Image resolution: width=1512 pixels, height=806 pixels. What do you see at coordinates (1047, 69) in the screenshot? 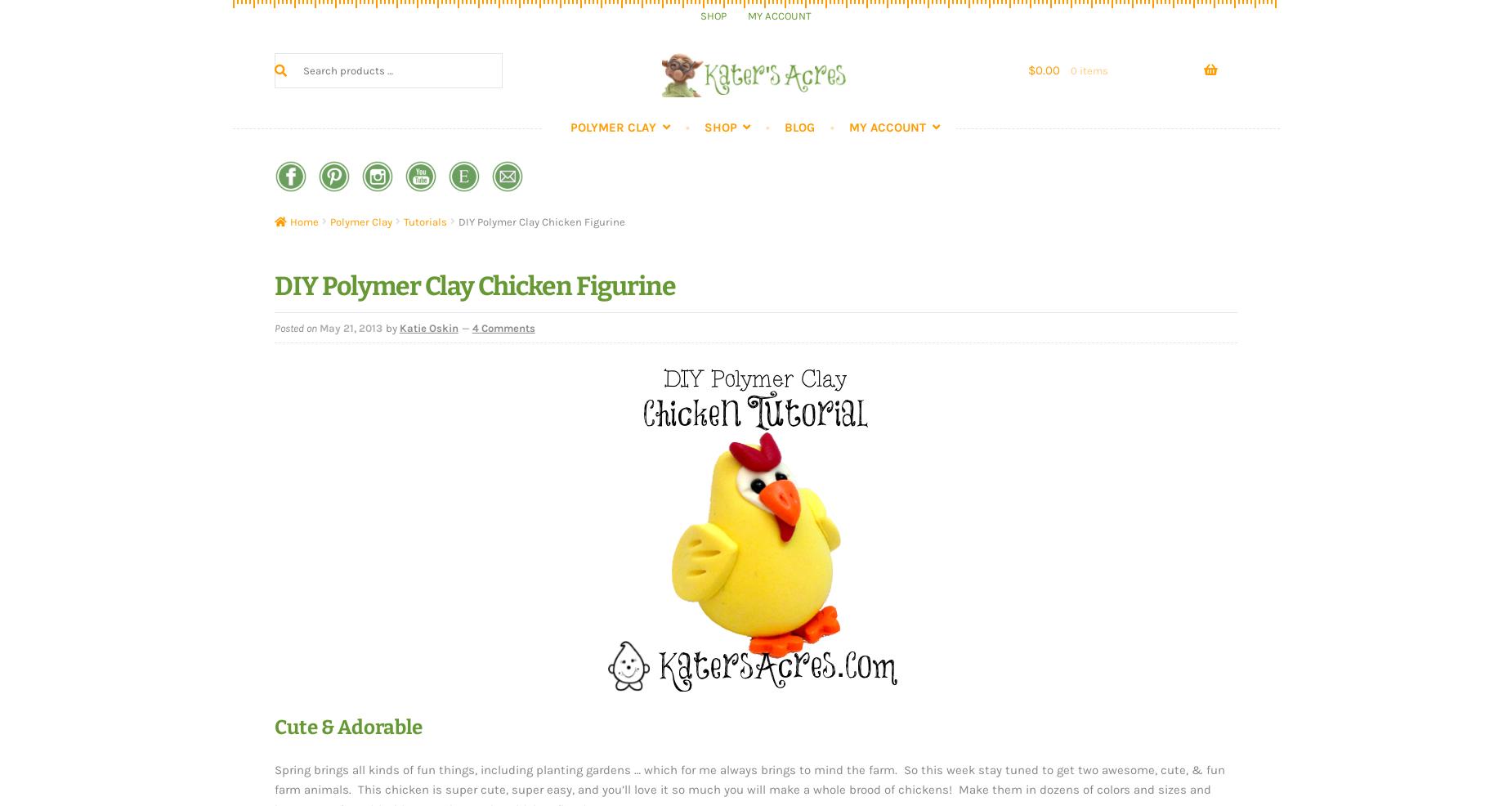
I see `'0.00'` at bounding box center [1047, 69].